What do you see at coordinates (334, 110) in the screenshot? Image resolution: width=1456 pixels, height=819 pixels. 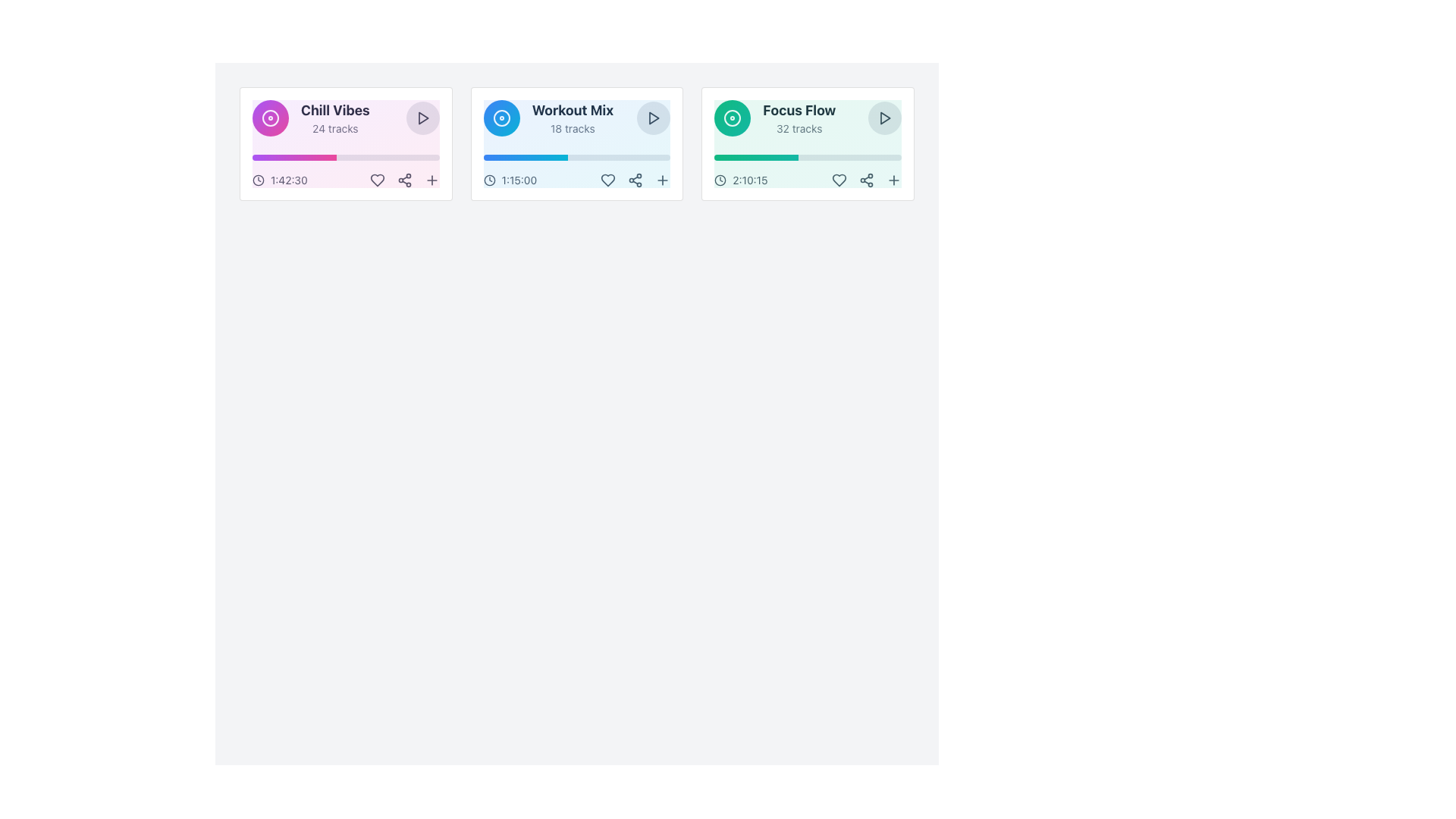 I see `the 'Chill Vibes' text label` at bounding box center [334, 110].